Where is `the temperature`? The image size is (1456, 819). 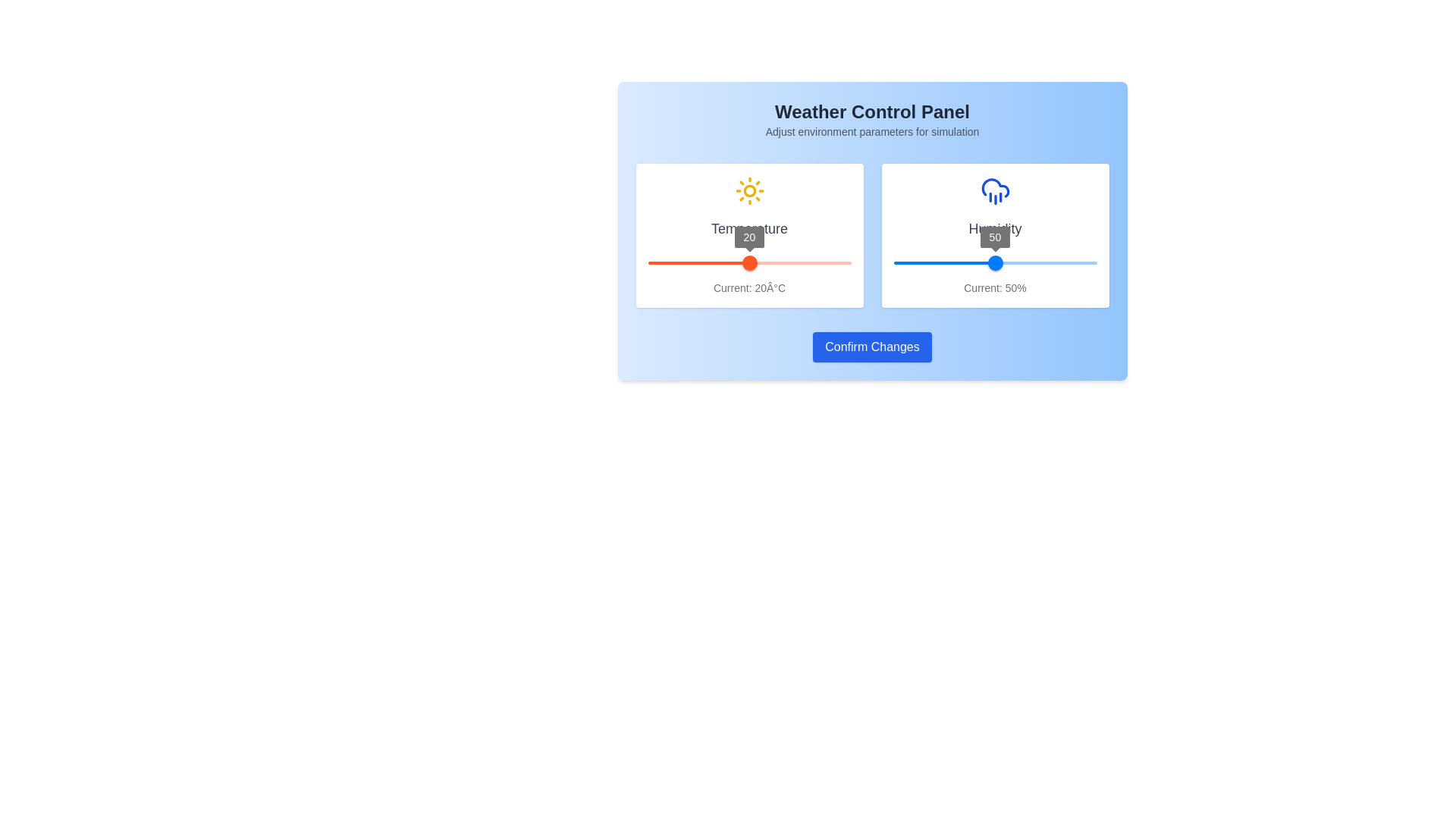
the temperature is located at coordinates (792, 303).